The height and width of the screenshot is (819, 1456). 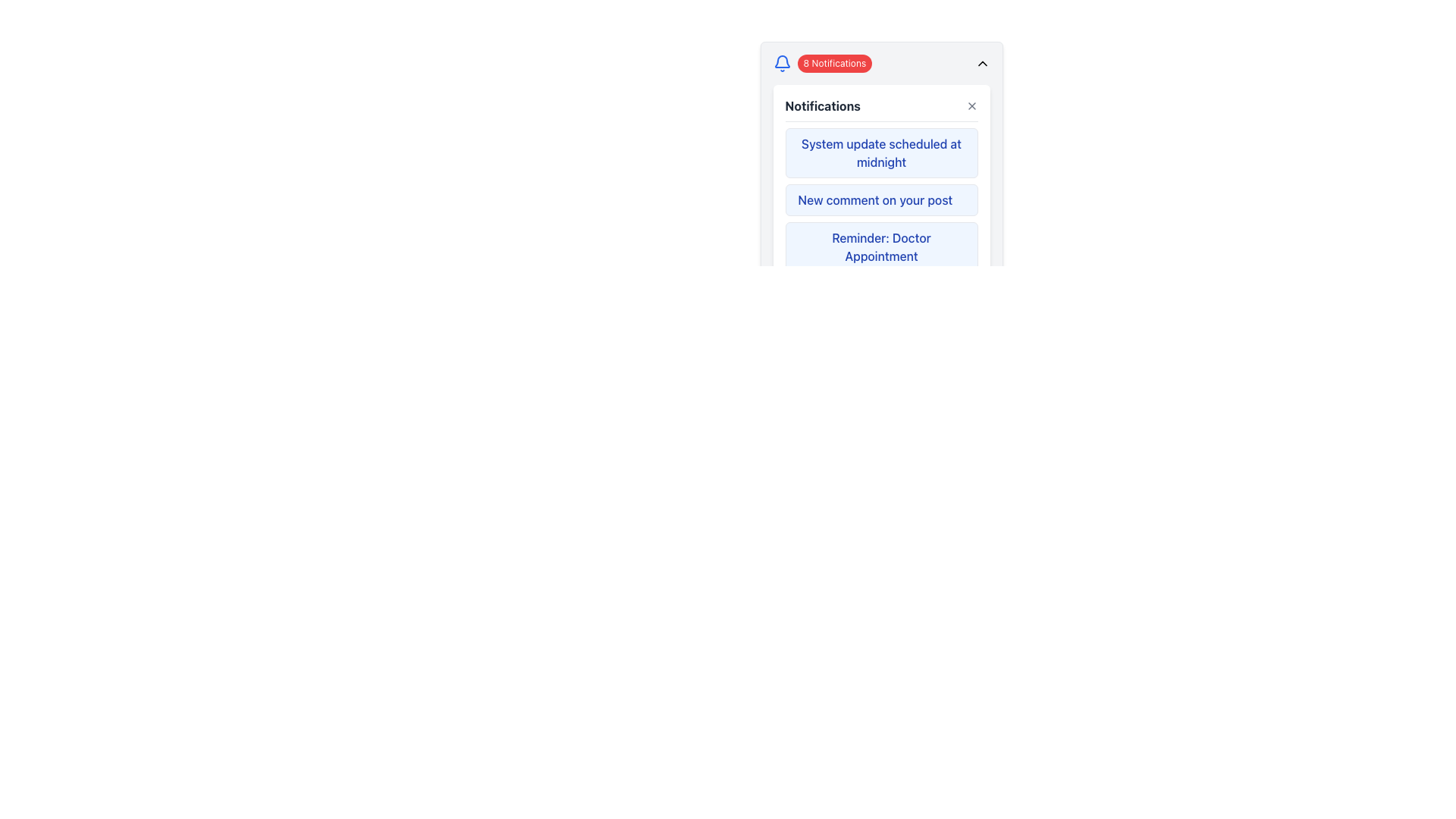 I want to click on the second notification in the notification panel that displays a summary about a comment received on a user's post, so click(x=881, y=199).